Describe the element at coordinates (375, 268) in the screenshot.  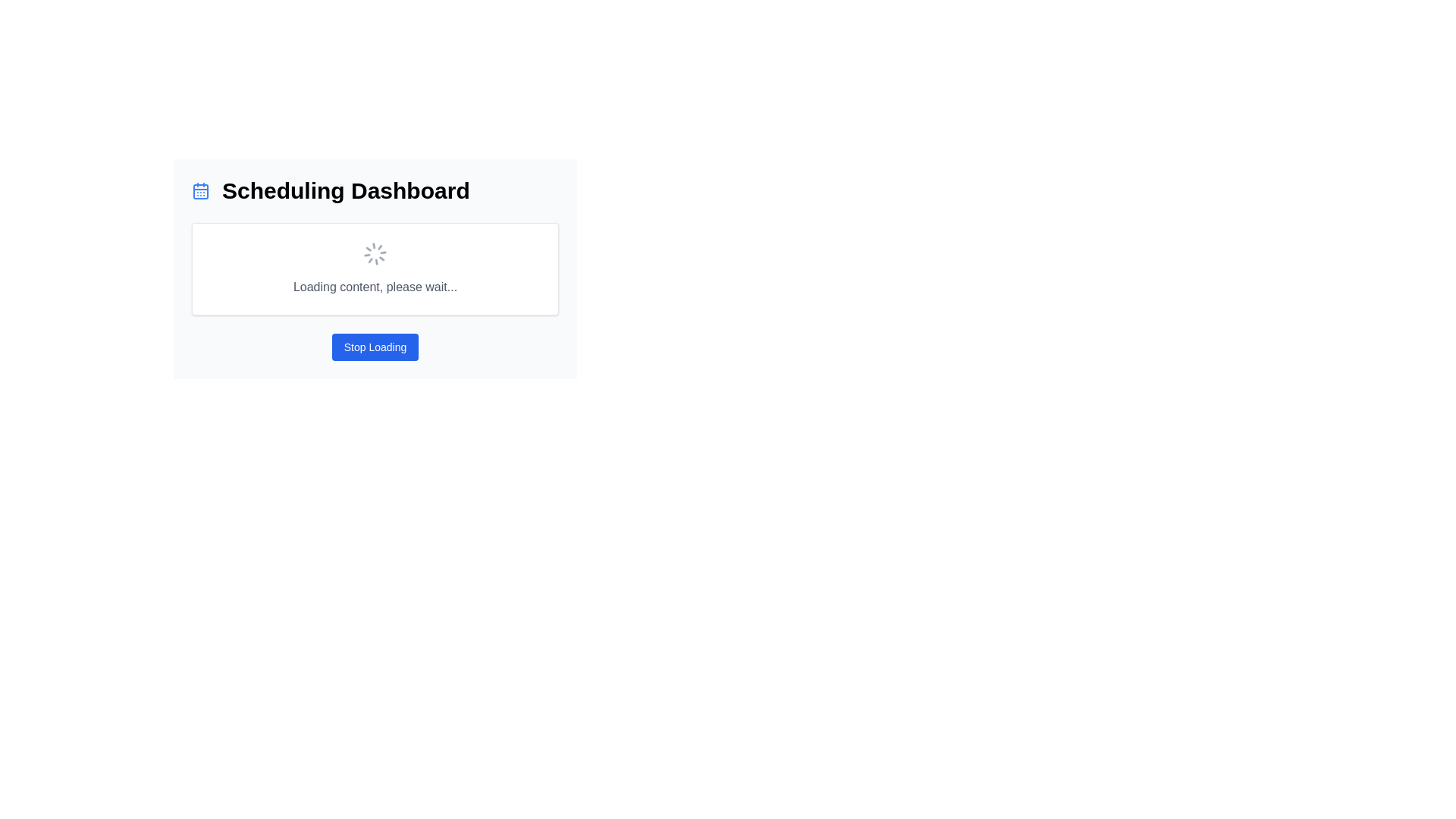
I see `displayed text from the loading indicator located centrally below the 'Scheduling Dashboard' headline and above the 'Stop Loading' button` at that location.